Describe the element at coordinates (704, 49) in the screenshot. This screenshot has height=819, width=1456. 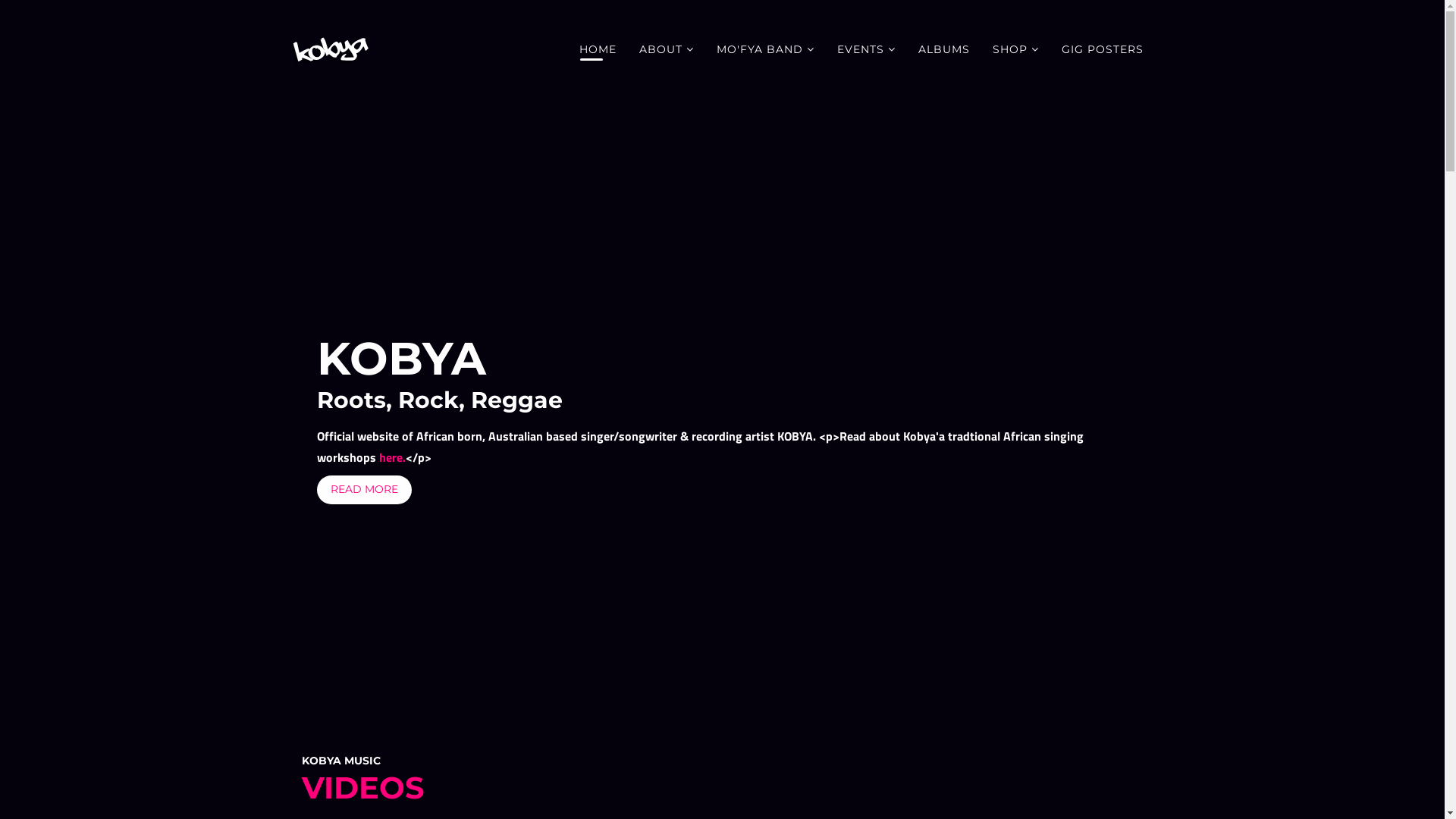
I see `'MO'FYA BAND'` at that location.